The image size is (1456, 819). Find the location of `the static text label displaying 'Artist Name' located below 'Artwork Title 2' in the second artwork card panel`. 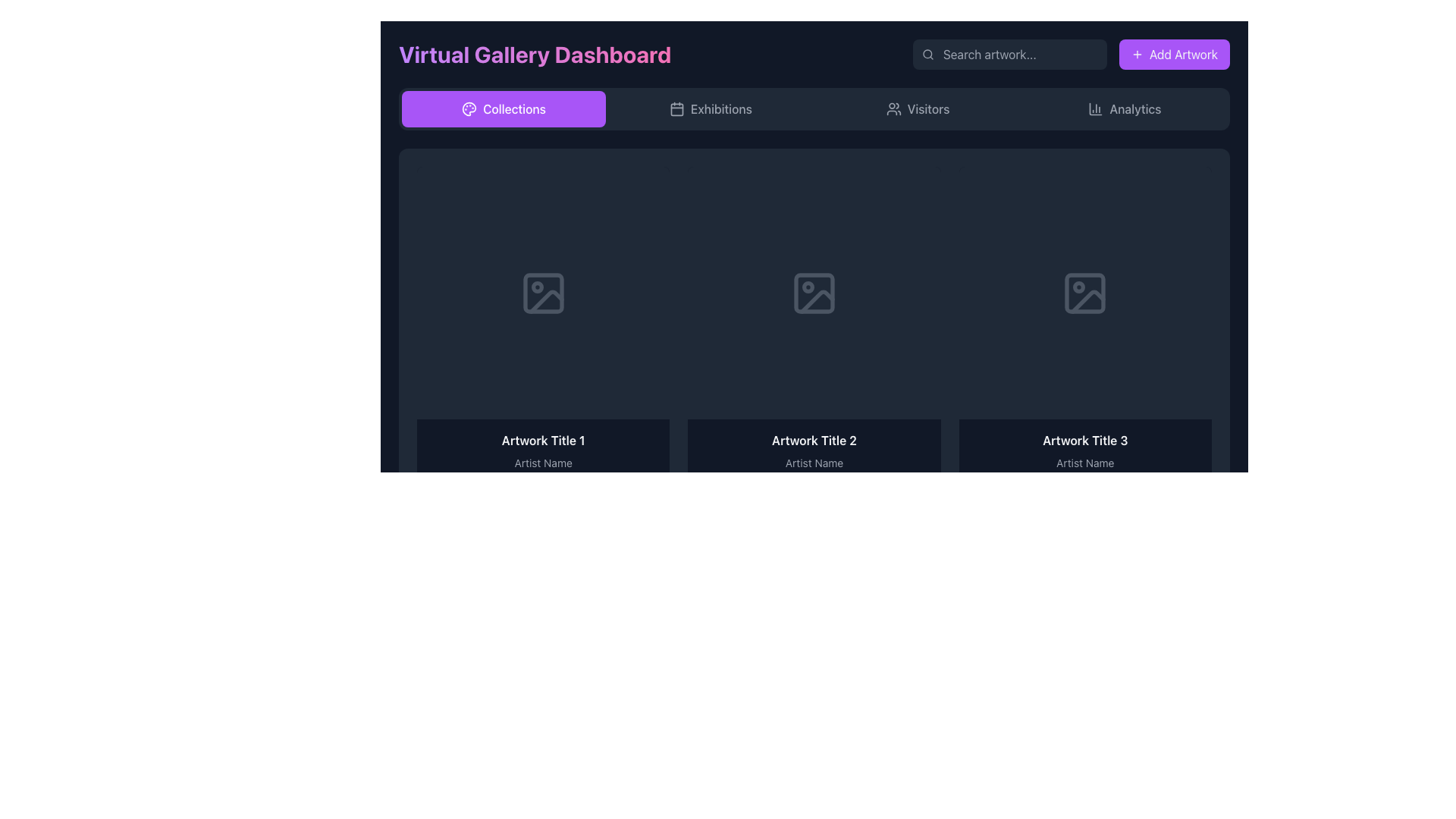

the static text label displaying 'Artist Name' located below 'Artwork Title 2' in the second artwork card panel is located at coordinates (814, 463).